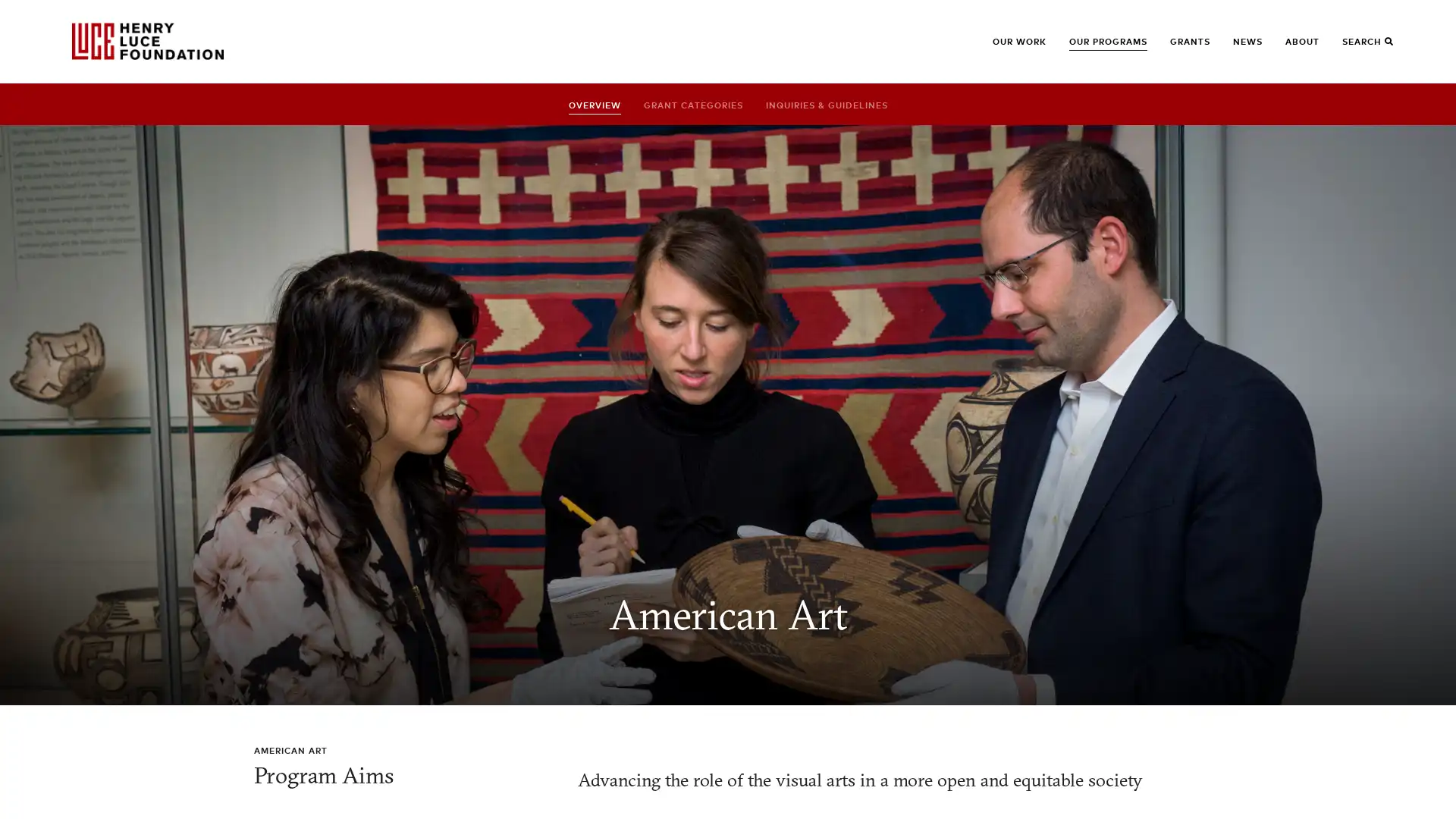 The height and width of the screenshot is (819, 1456). I want to click on SHOW SUBMENU FOR NEWS, so click(1257, 48).